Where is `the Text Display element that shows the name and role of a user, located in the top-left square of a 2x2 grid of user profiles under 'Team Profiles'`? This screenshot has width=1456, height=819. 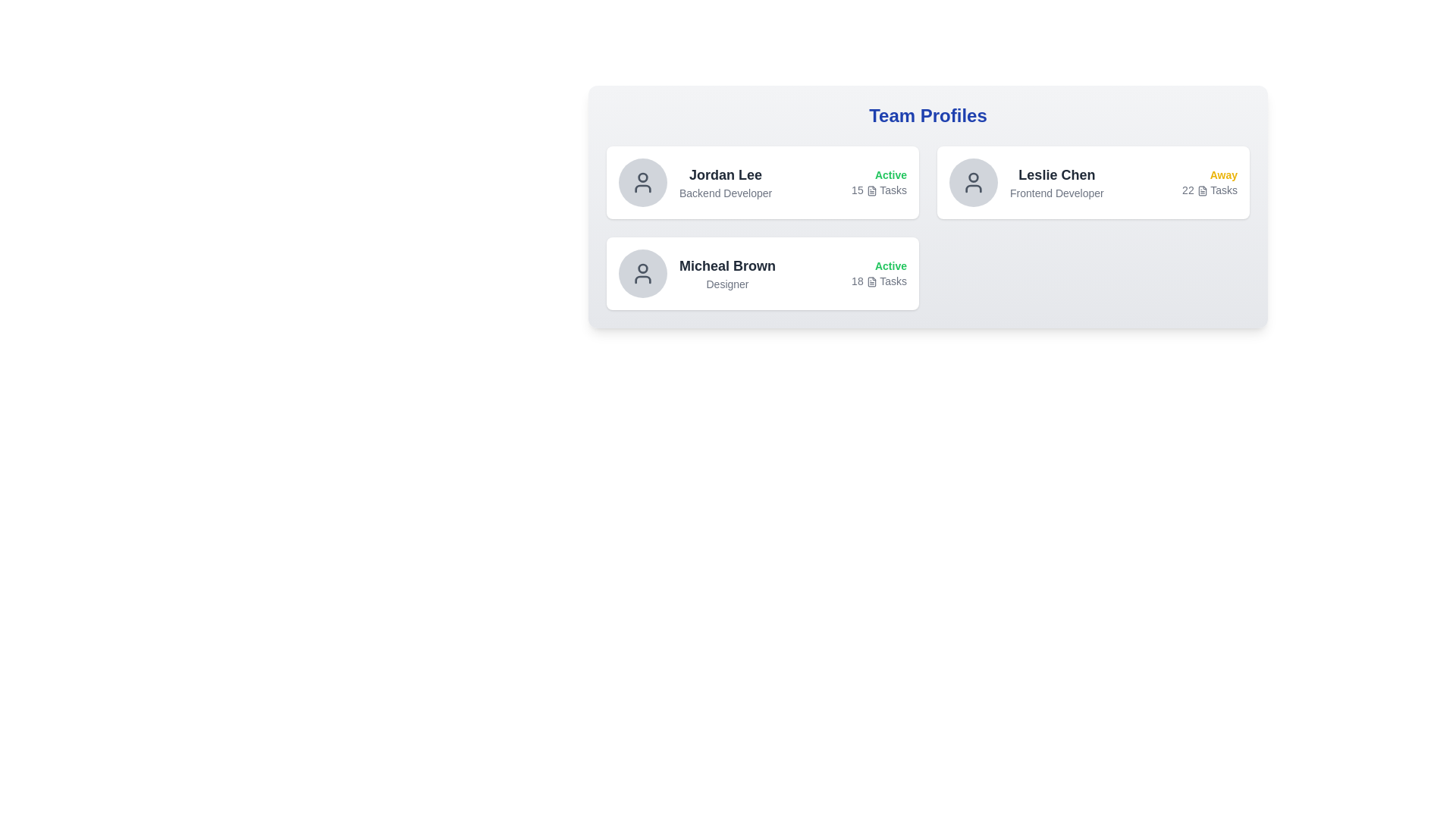 the Text Display element that shows the name and role of a user, located in the top-left square of a 2x2 grid of user profiles under 'Team Profiles' is located at coordinates (725, 181).